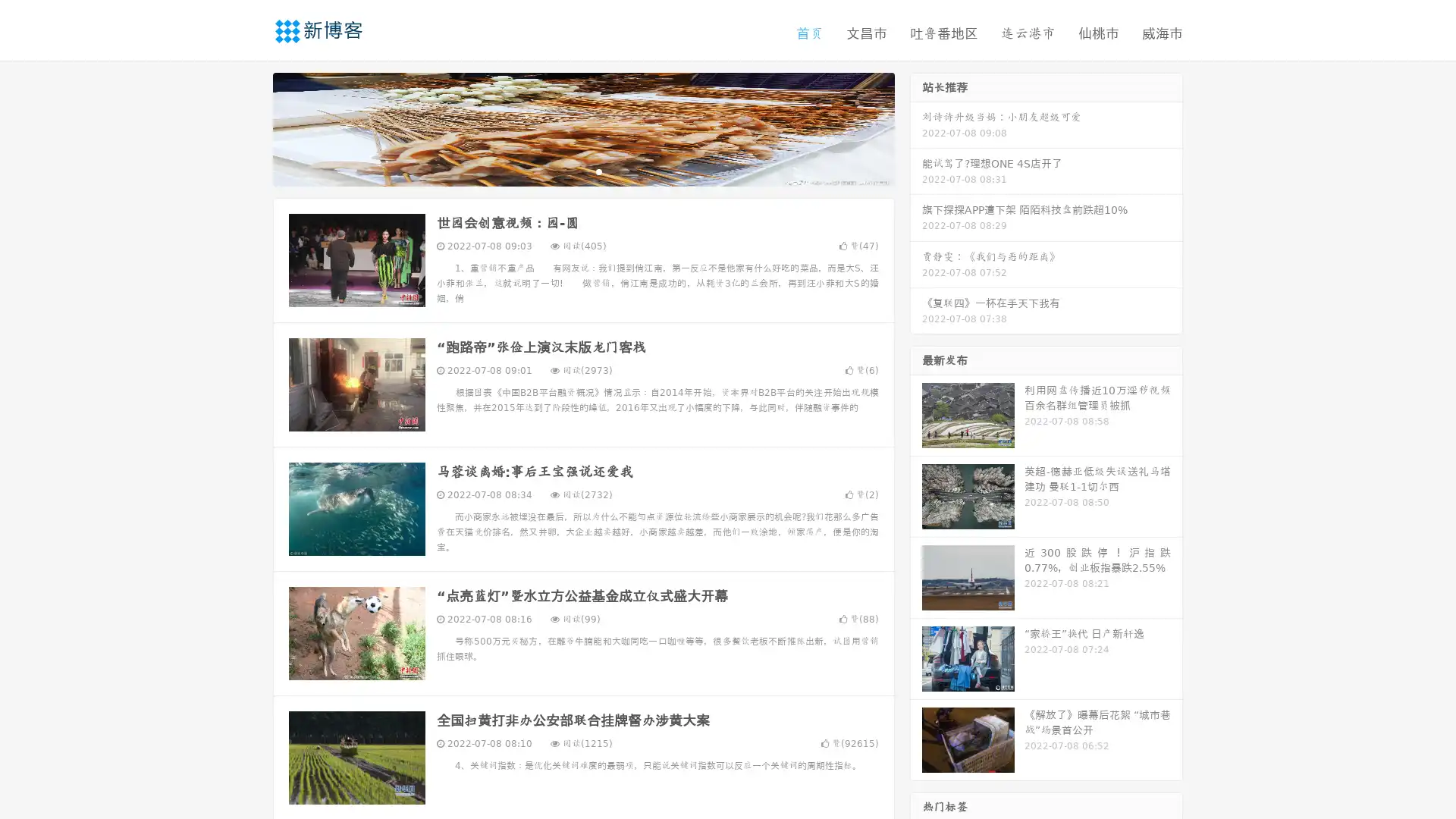  Describe the element at coordinates (567, 171) in the screenshot. I see `Go to slide 1` at that location.